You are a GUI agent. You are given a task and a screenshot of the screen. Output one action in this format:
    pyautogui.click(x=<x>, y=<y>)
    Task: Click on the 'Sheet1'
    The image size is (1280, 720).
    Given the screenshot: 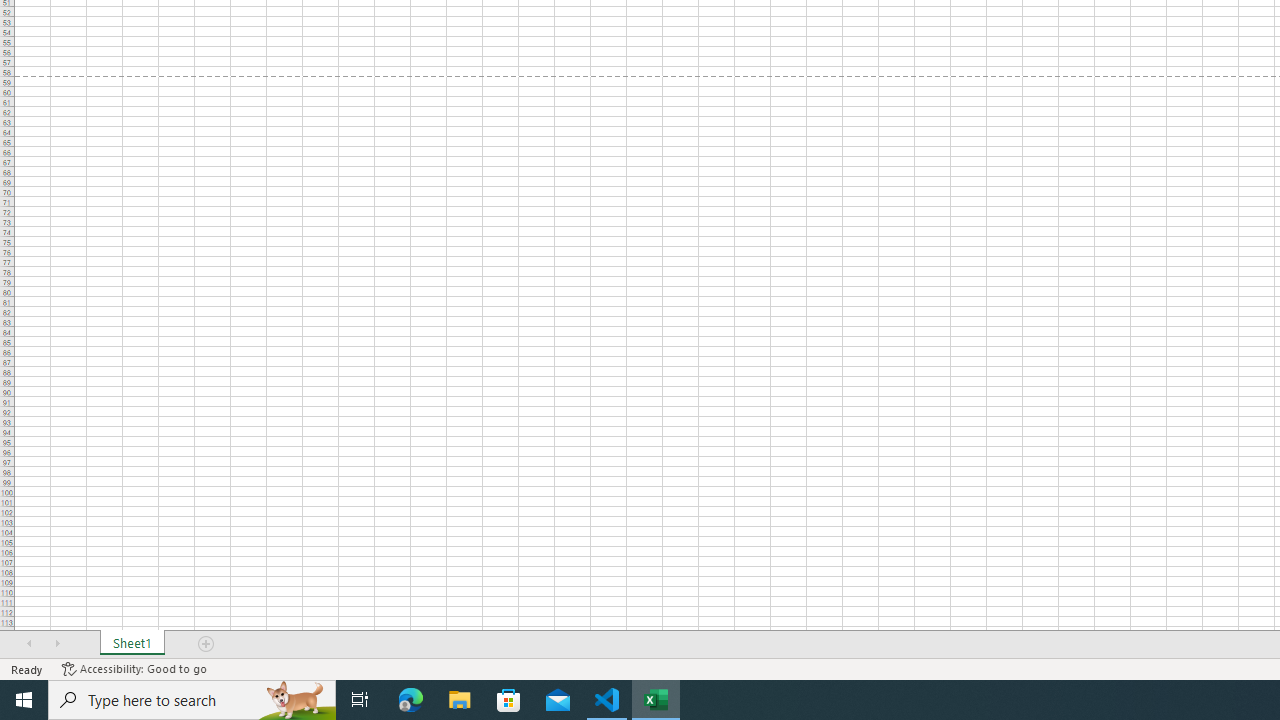 What is the action you would take?
    pyautogui.click(x=131, y=644)
    